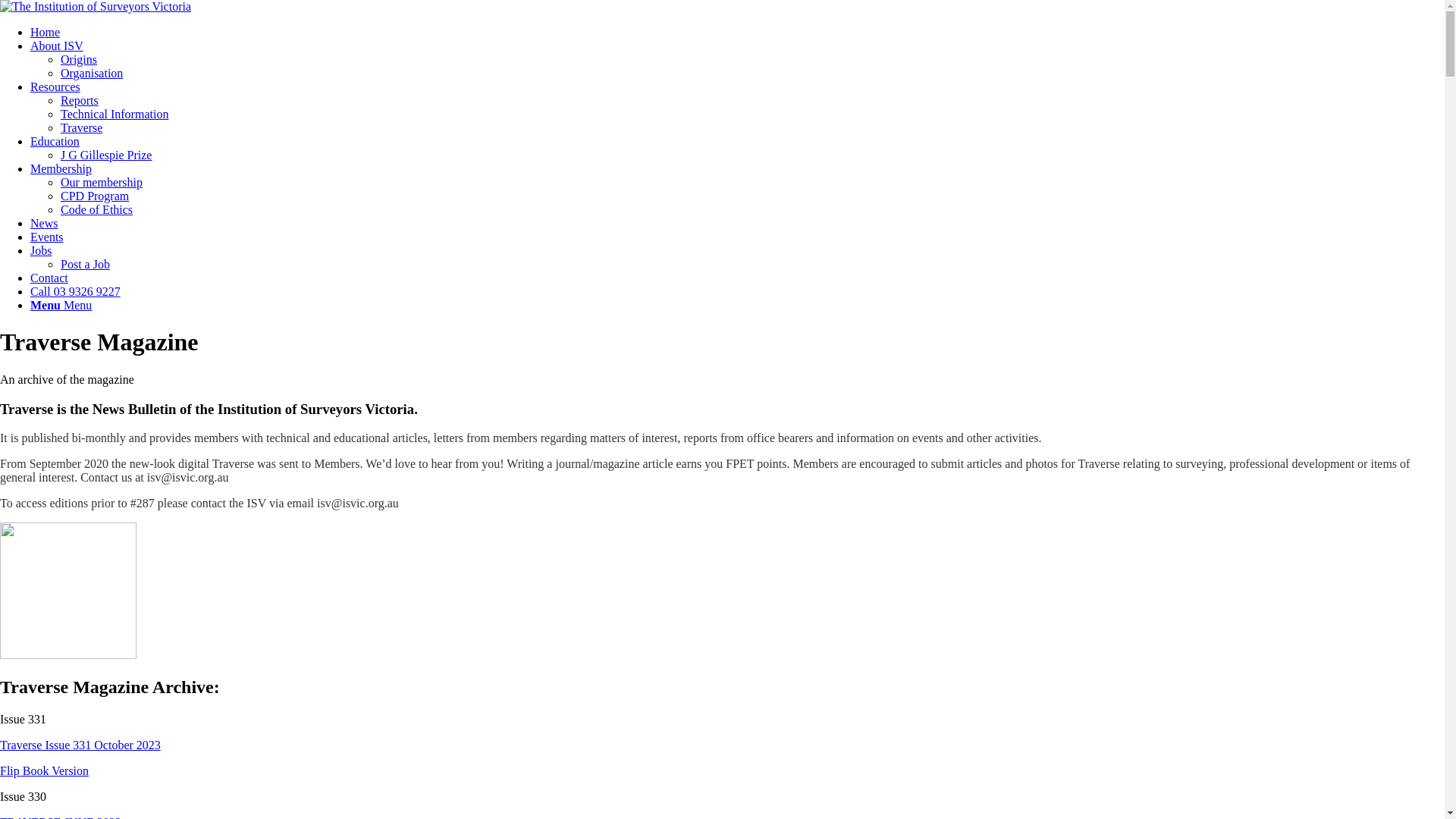 Image resolution: width=1456 pixels, height=819 pixels. I want to click on 'ISV-logo', so click(0, 6).